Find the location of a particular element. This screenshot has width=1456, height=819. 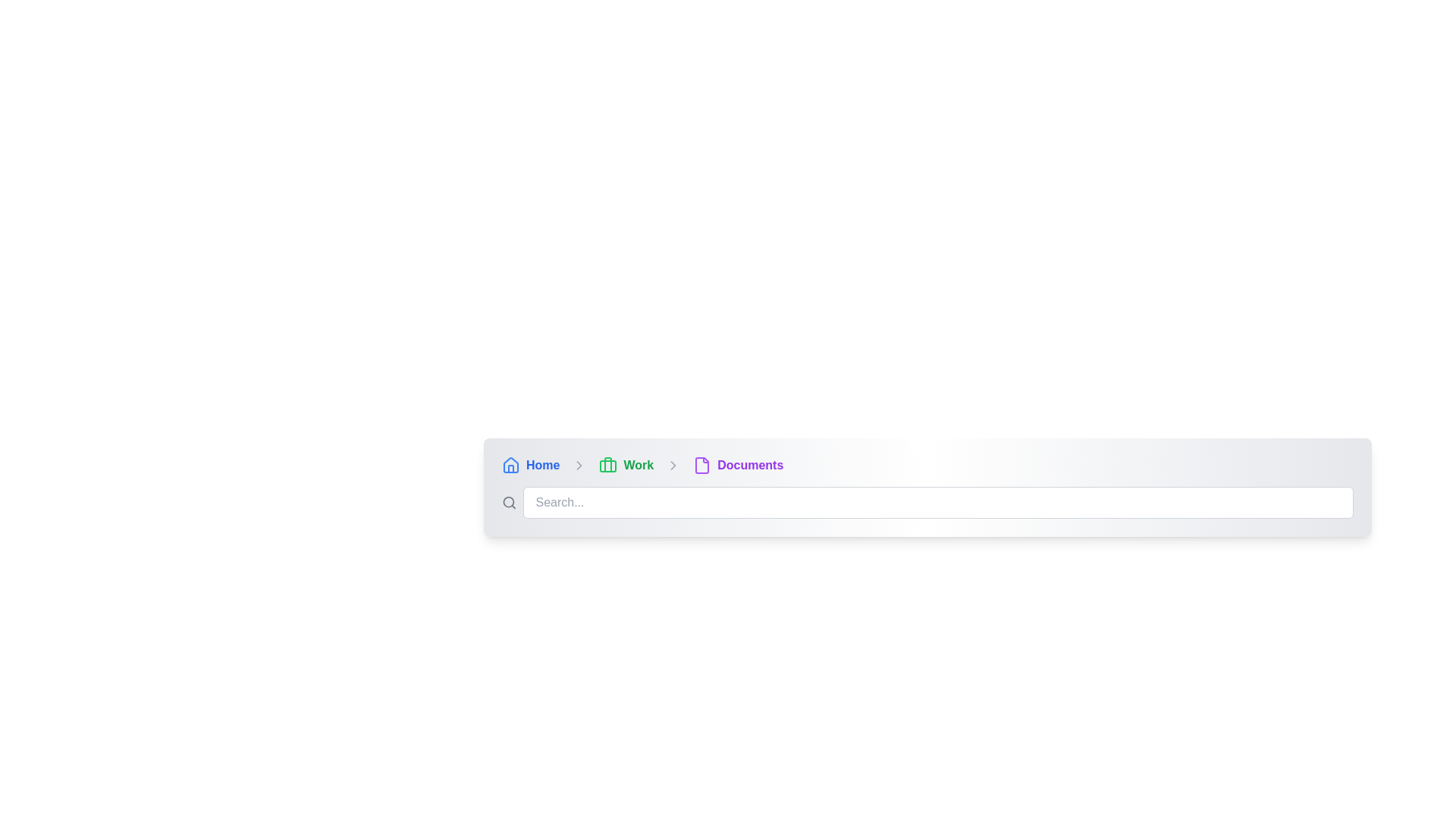

the hyperlink in the breadcrumb navigation bar that is the second item, labeled 'Work', to trigger a visual state change is located at coordinates (639, 464).